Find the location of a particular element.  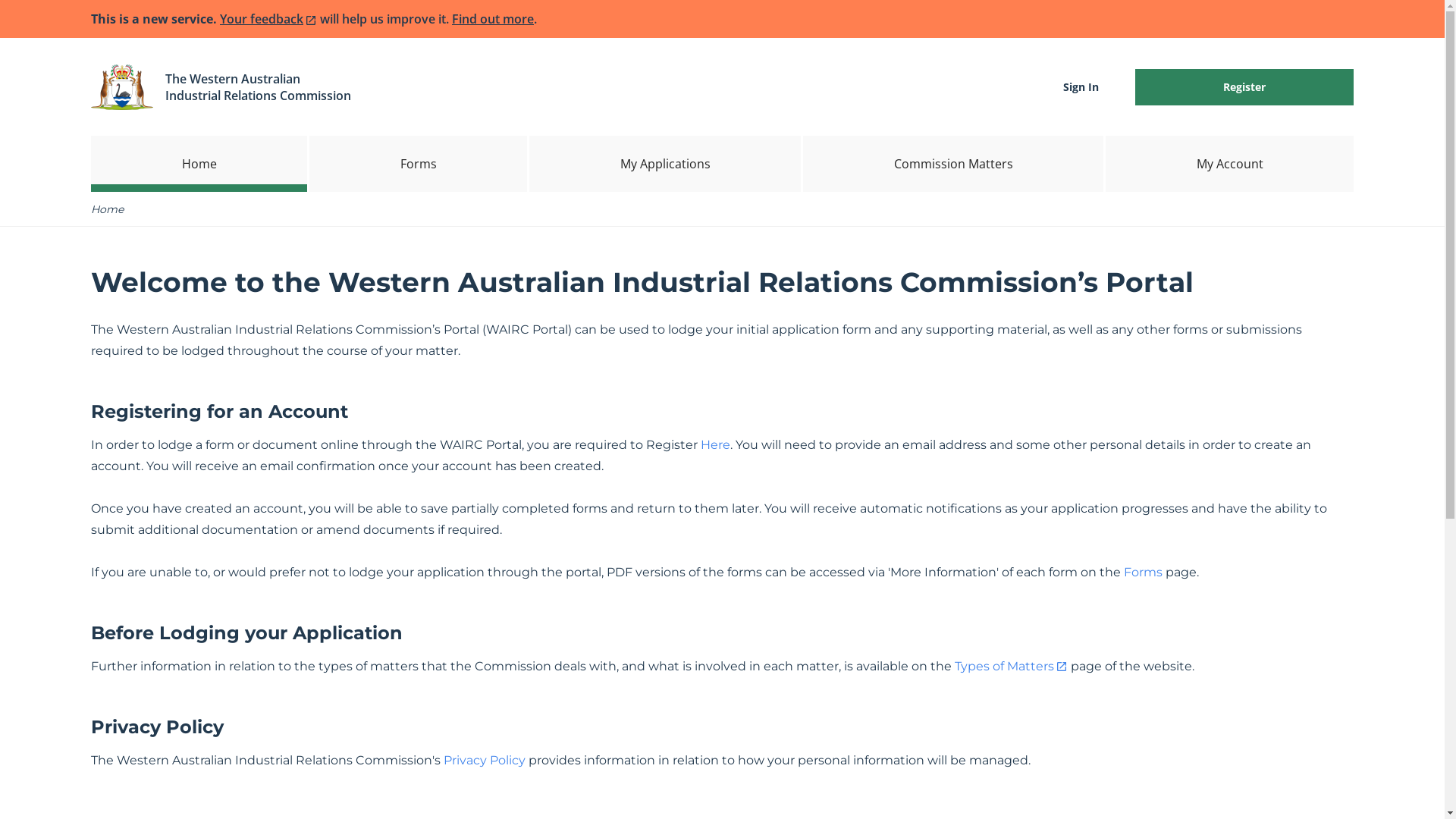

'Find out more' is located at coordinates (450, 18).